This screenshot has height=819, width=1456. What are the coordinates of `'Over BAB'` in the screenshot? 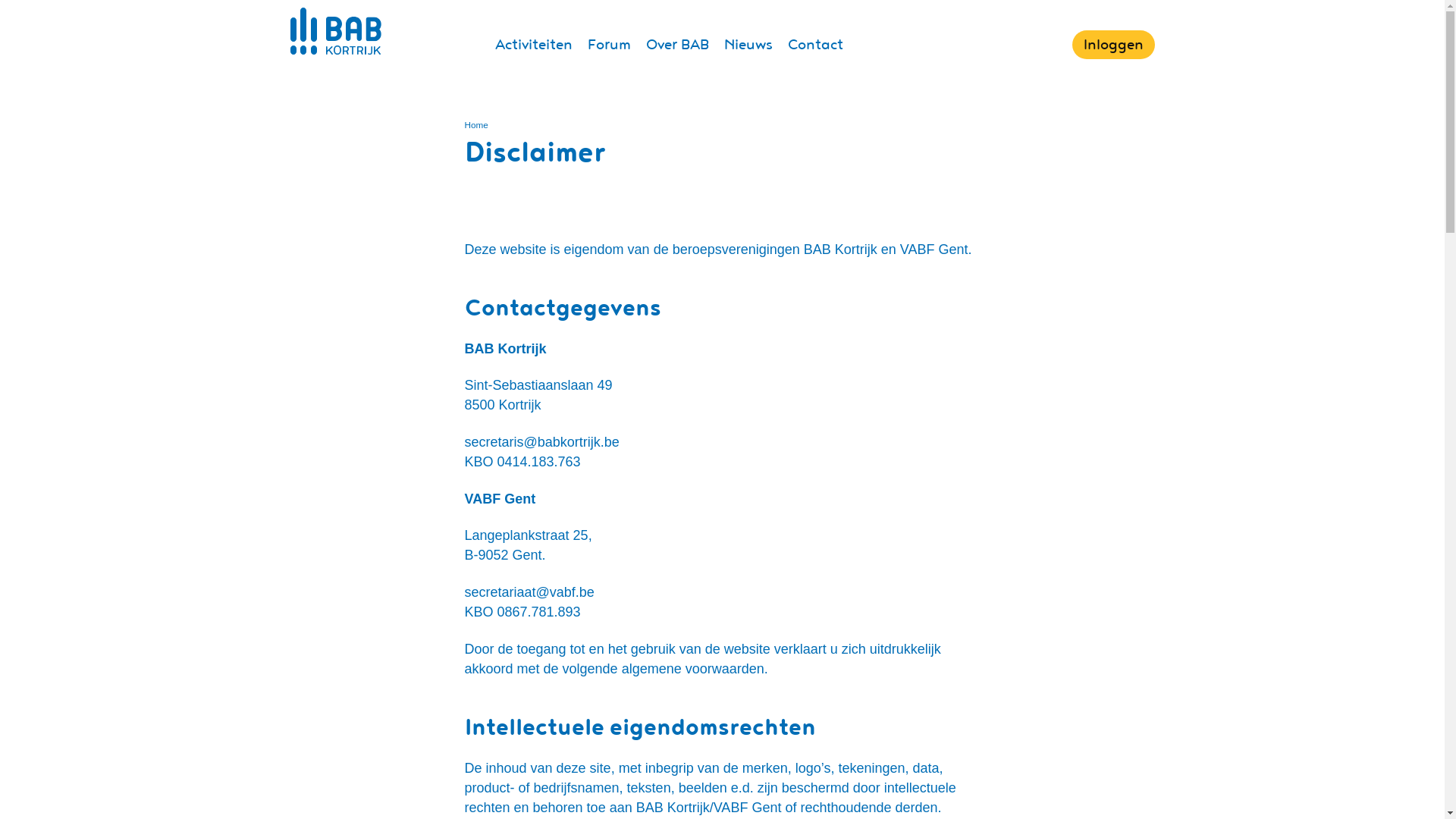 It's located at (676, 43).